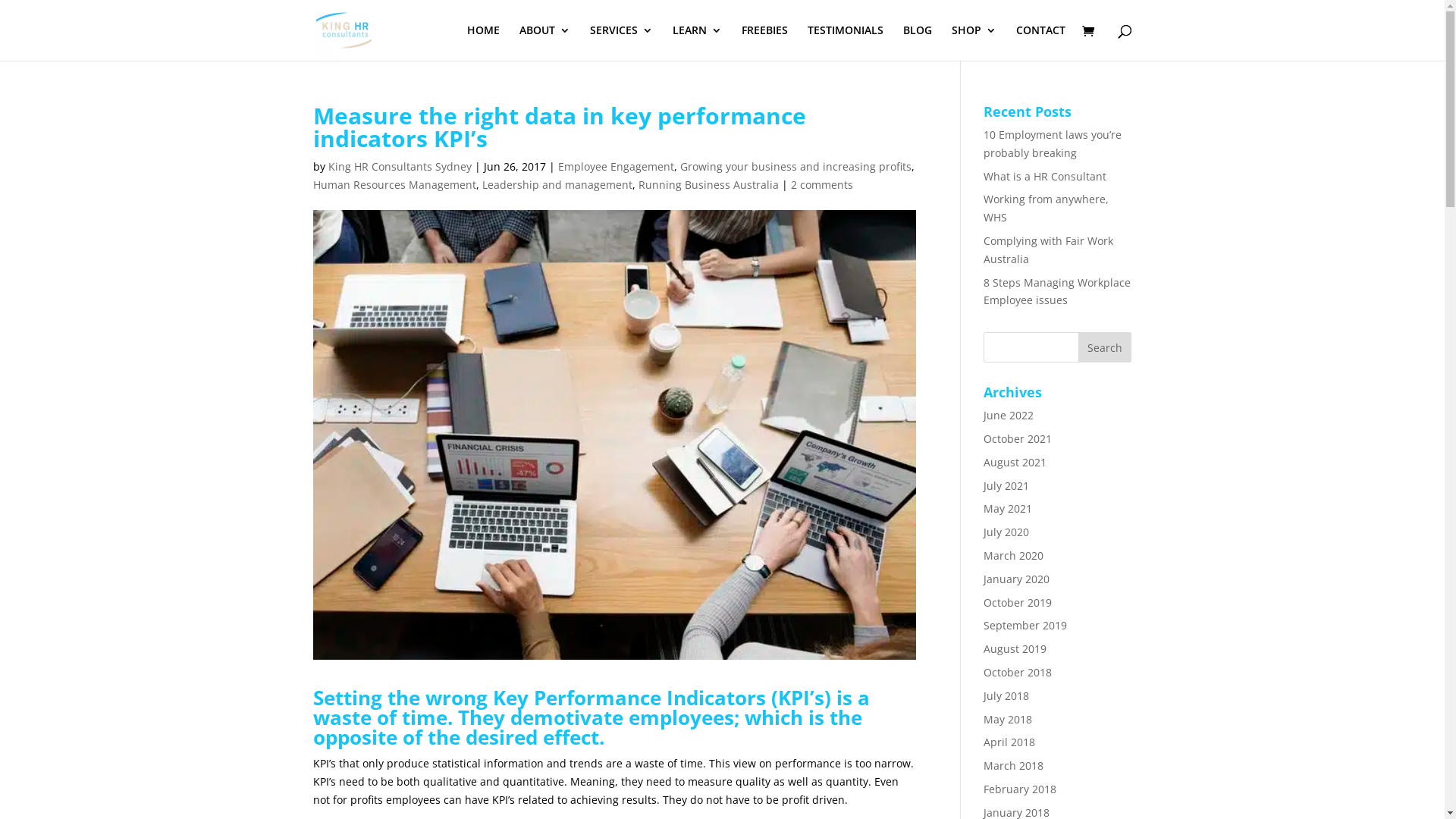 This screenshot has height=819, width=1456. Describe the element at coordinates (764, 42) in the screenshot. I see `'FREEBIES'` at that location.